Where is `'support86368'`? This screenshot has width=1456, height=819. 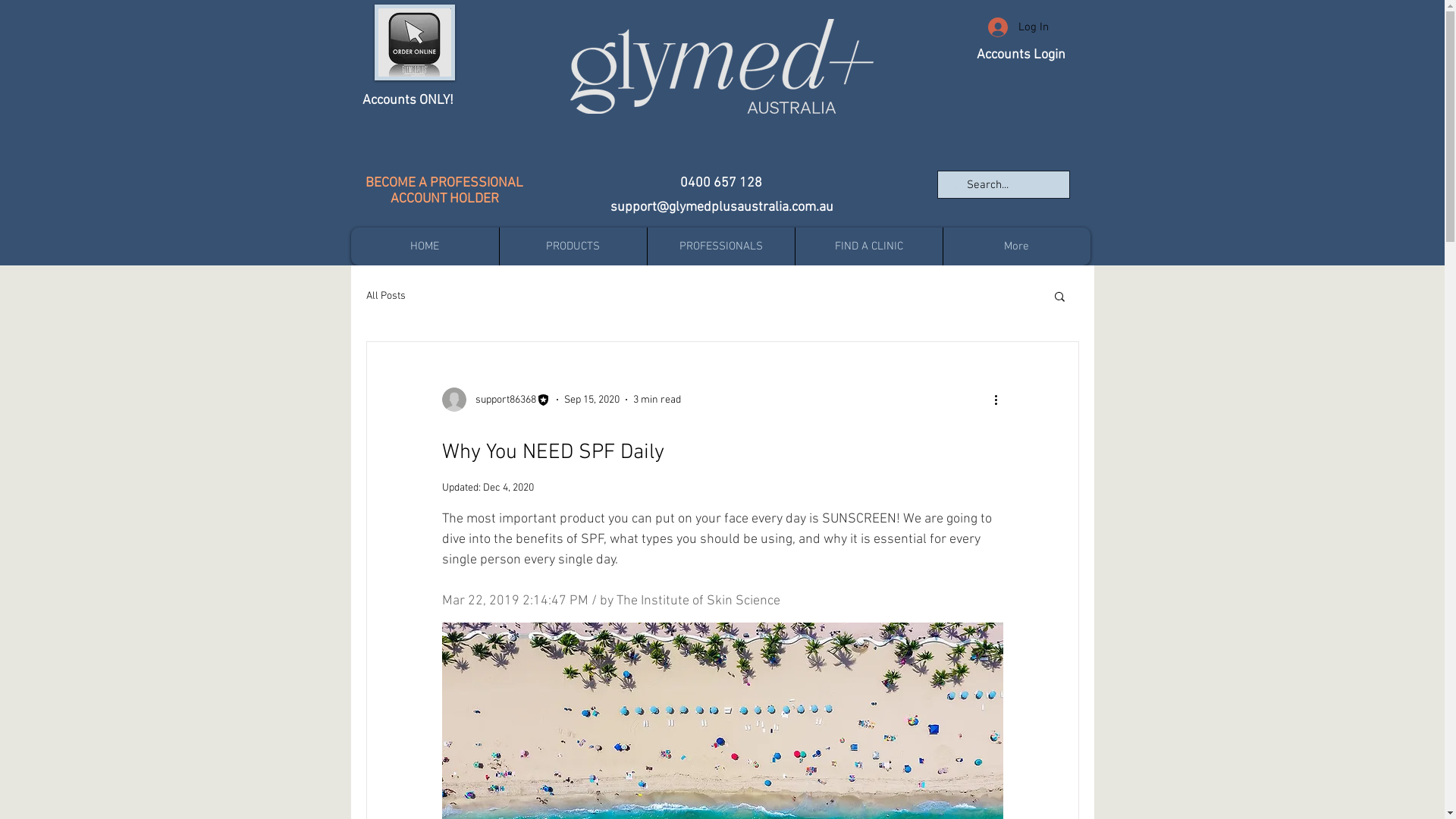 'support86368' is located at coordinates (495, 399).